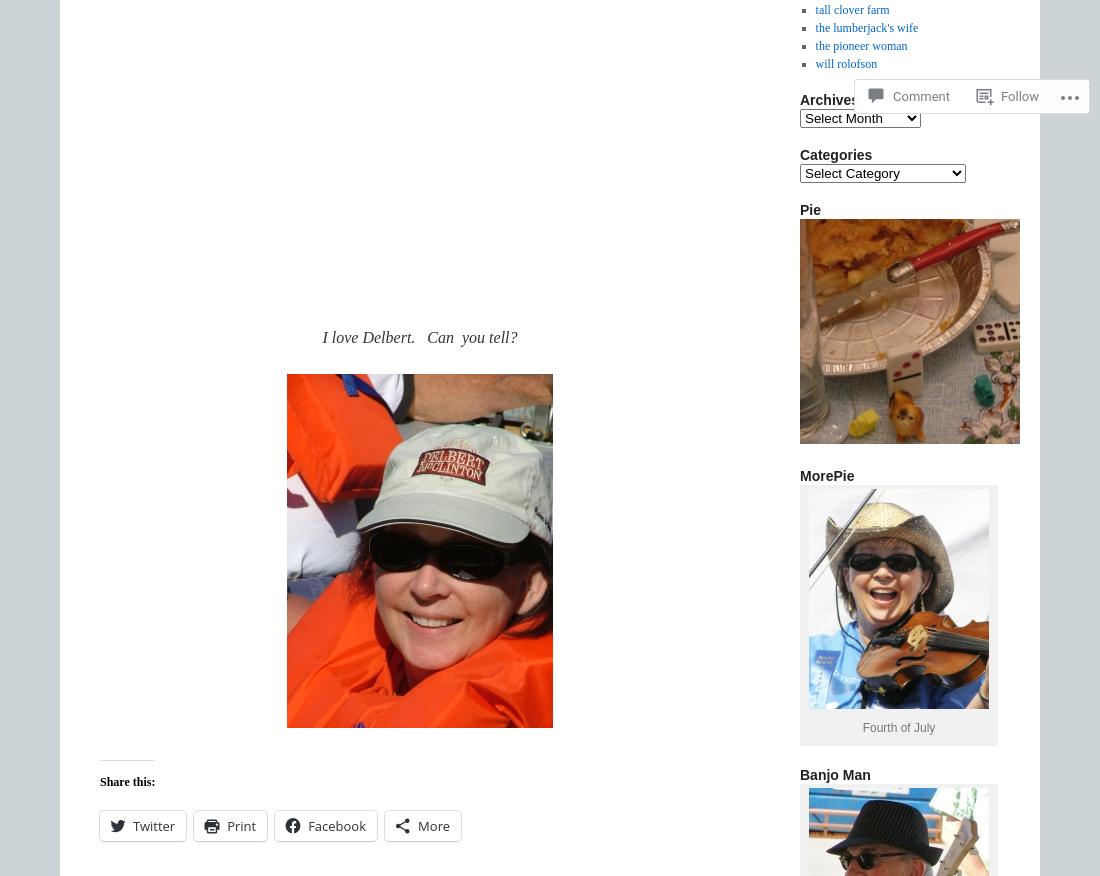 The image size is (1100, 876). I want to click on 'Fourth of July', so click(898, 728).